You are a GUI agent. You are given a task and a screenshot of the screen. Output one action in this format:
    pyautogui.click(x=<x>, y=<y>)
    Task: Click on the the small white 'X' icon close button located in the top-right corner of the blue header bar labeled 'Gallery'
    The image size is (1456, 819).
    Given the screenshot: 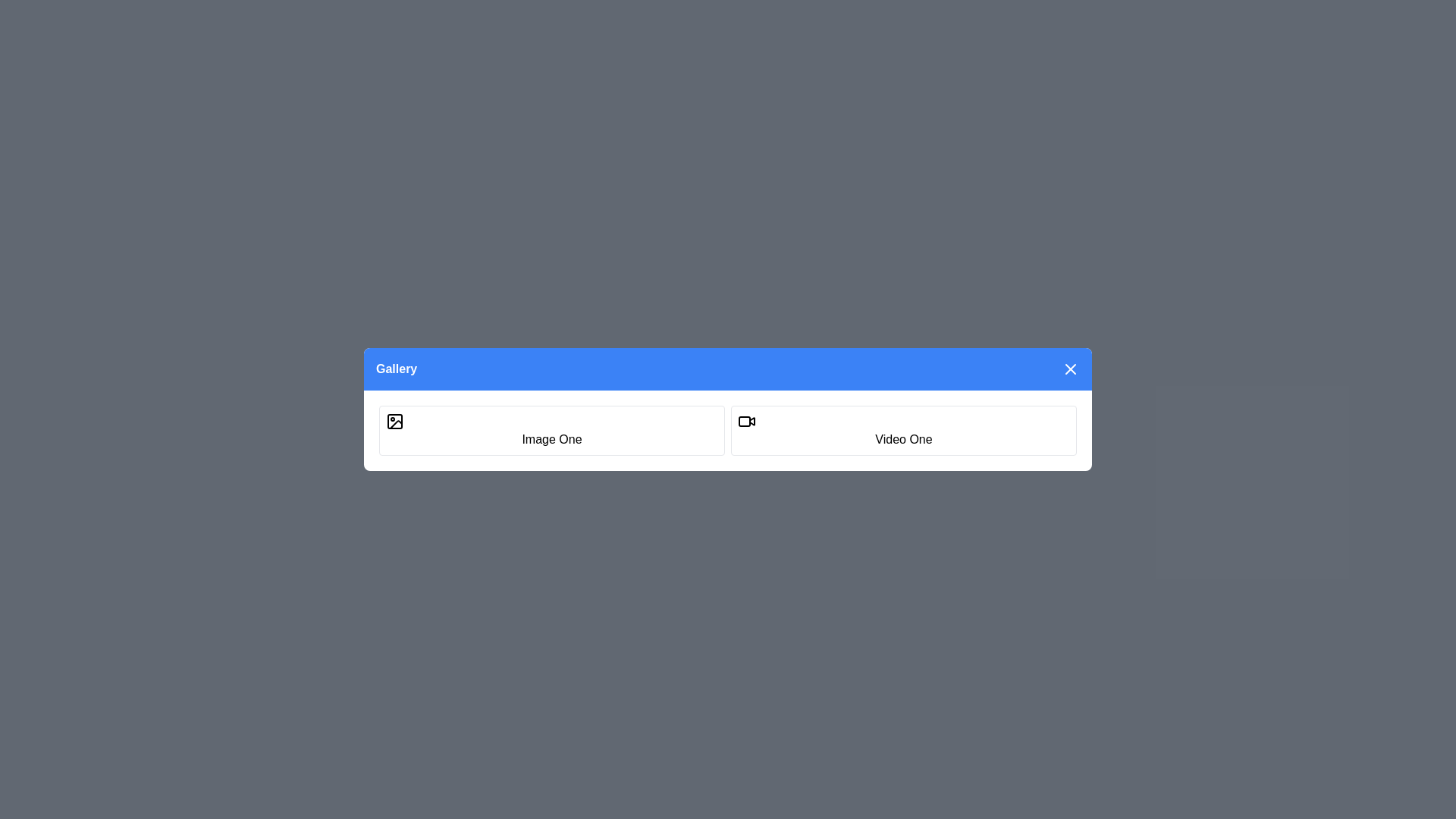 What is the action you would take?
    pyautogui.click(x=1069, y=369)
    